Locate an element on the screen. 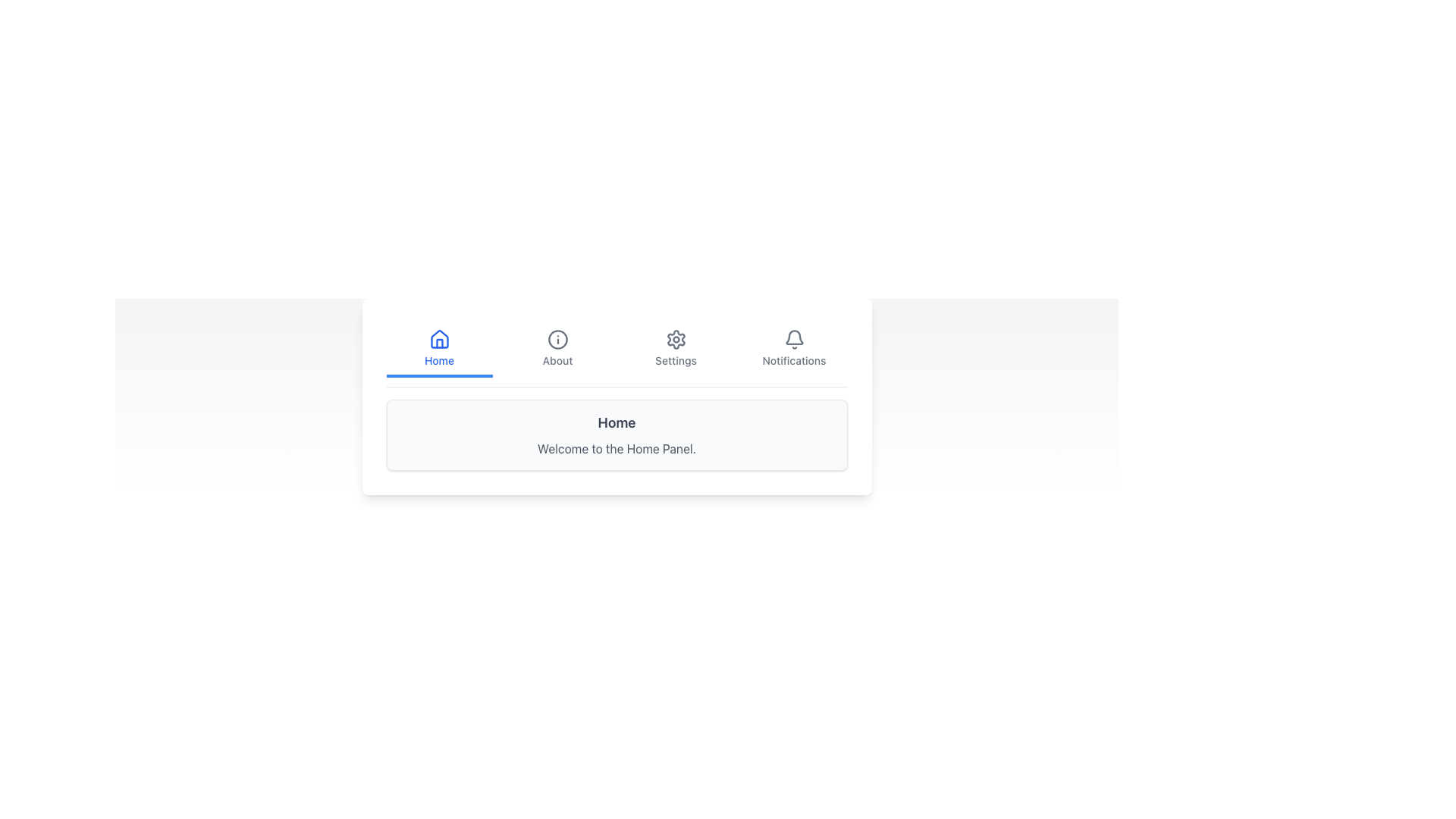 This screenshot has height=819, width=1456. the 'Notifications' text label, which is styled with a small font size and medium weight, located directly beneath the bell icon in the navigation bar at the top-right corner of the panel is located at coordinates (793, 360).